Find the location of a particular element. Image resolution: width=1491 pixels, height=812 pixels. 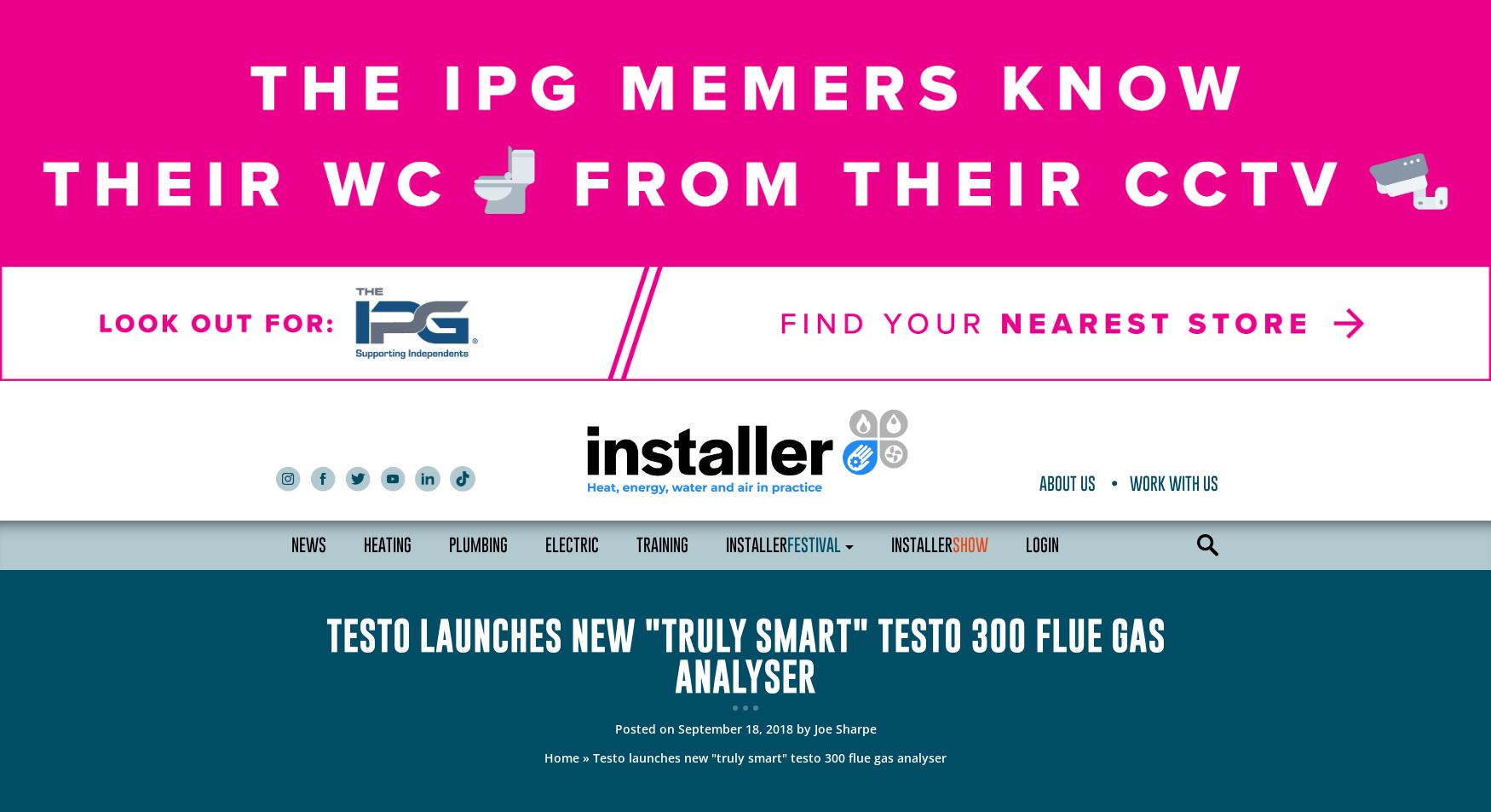

'Plumbing' is located at coordinates (477, 544).